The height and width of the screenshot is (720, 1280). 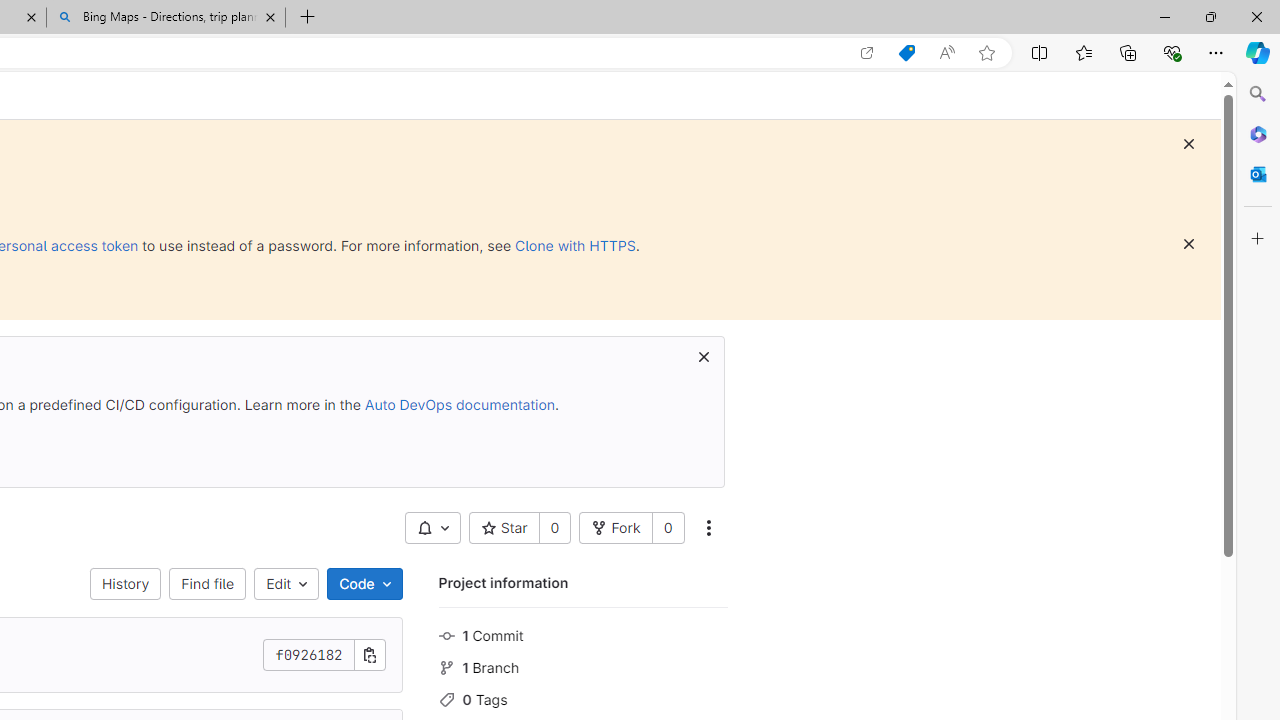 I want to click on 'Auto DevOps documentation', so click(x=458, y=404).